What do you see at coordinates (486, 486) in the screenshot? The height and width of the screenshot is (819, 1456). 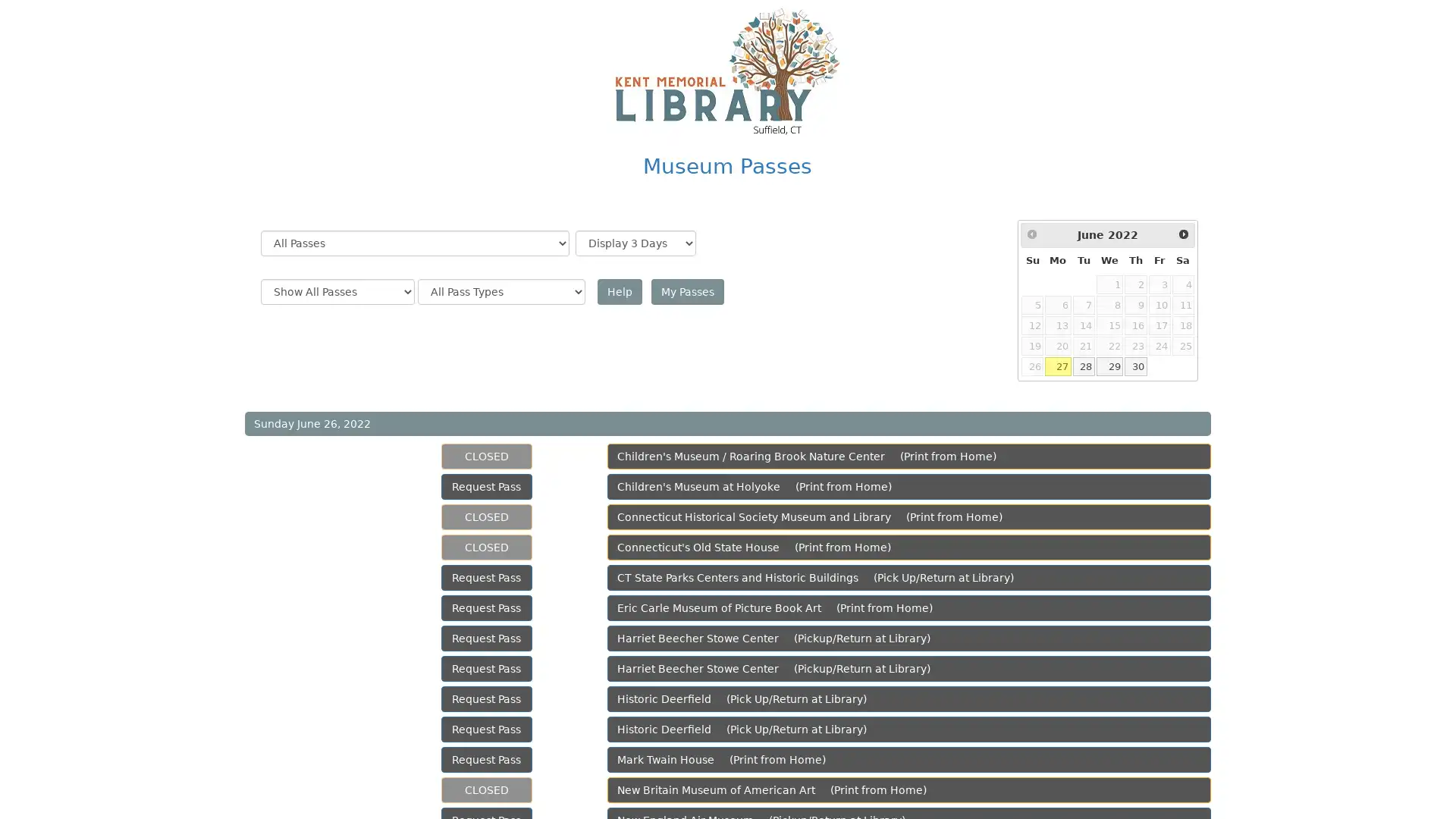 I see `Request Pass` at bounding box center [486, 486].